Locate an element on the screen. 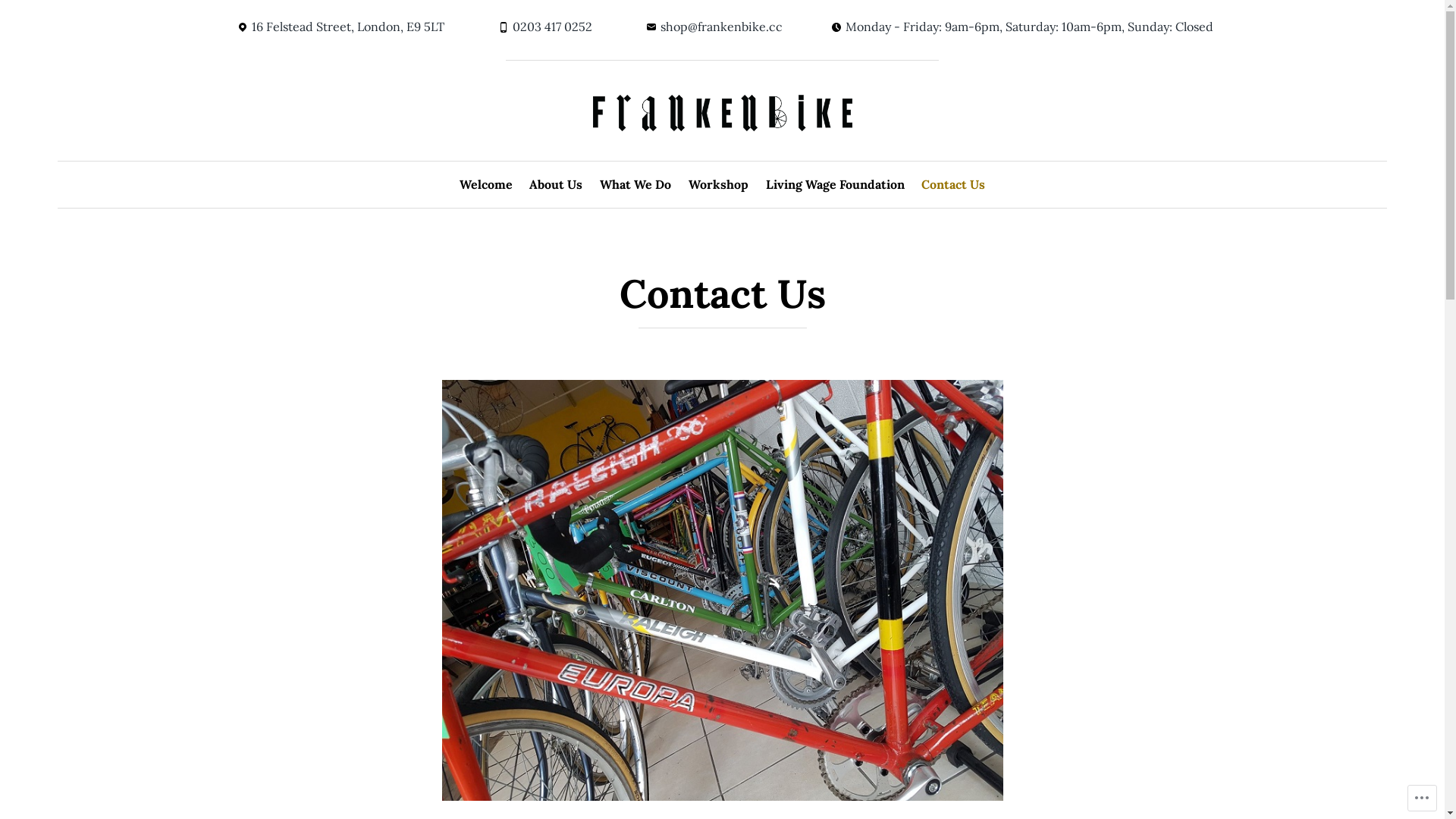 This screenshot has height=819, width=1456. 'What We Do' is located at coordinates (635, 184).